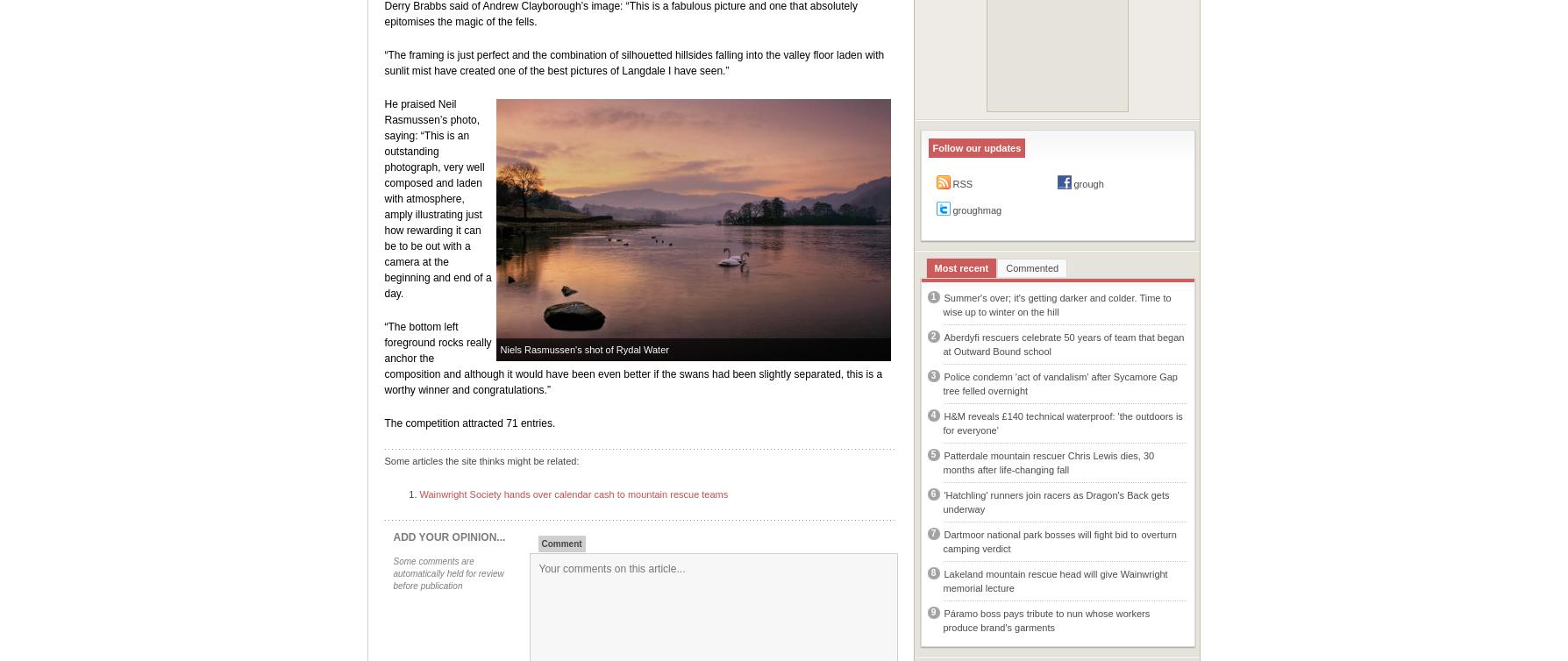  What do you see at coordinates (633, 63) in the screenshot?
I see `'“The framing is just perfect and the combination of silhouetted hillsides falling into the valley floor laden with sunlit mist have created one of the best pictures of Langdale I have seen.”'` at bounding box center [633, 63].